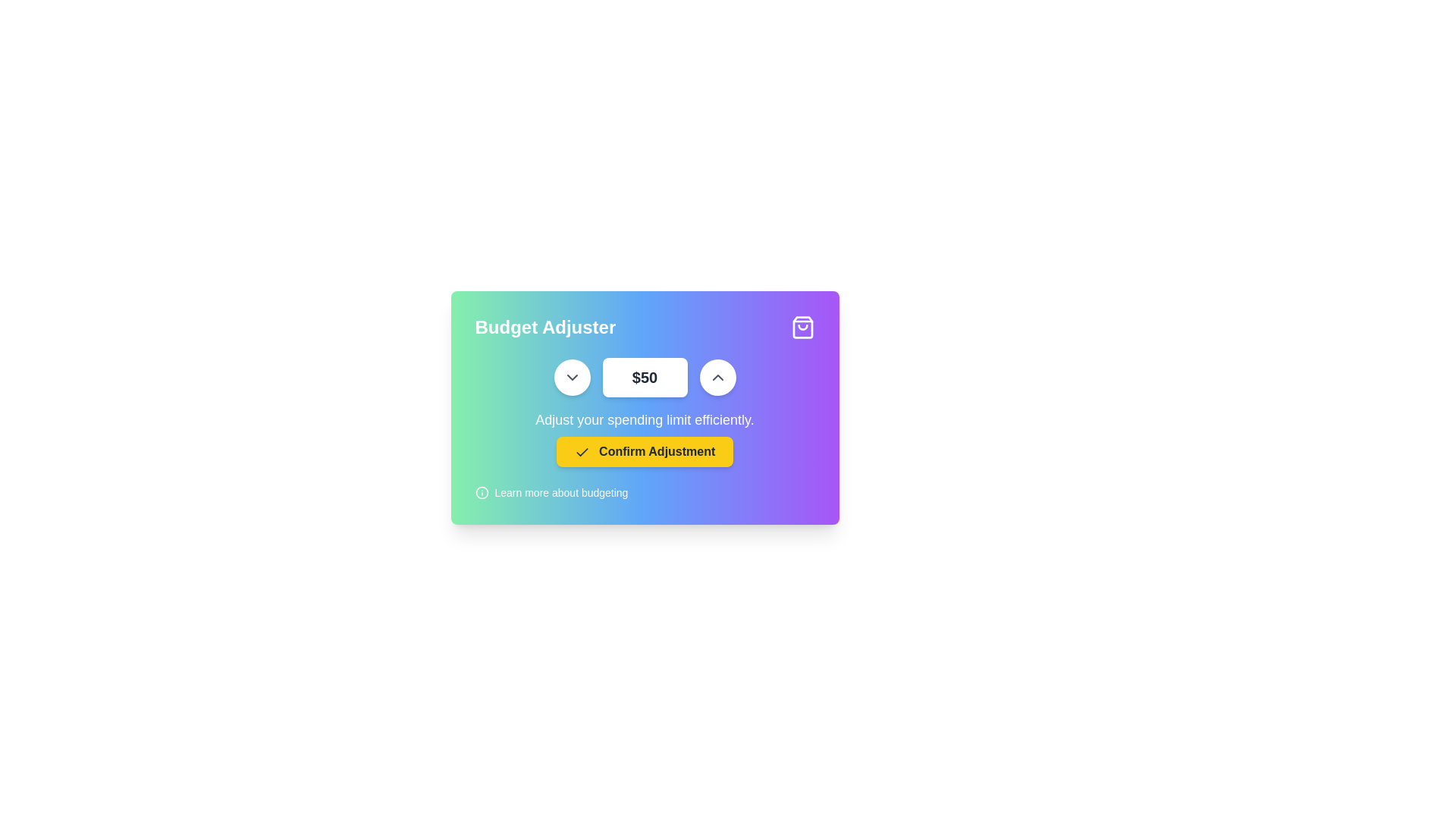 The width and height of the screenshot is (1456, 819). What do you see at coordinates (545, 327) in the screenshot?
I see `the budget adjustment section title label, which is positioned in the upper-left corner of its card, above the input controls` at bounding box center [545, 327].